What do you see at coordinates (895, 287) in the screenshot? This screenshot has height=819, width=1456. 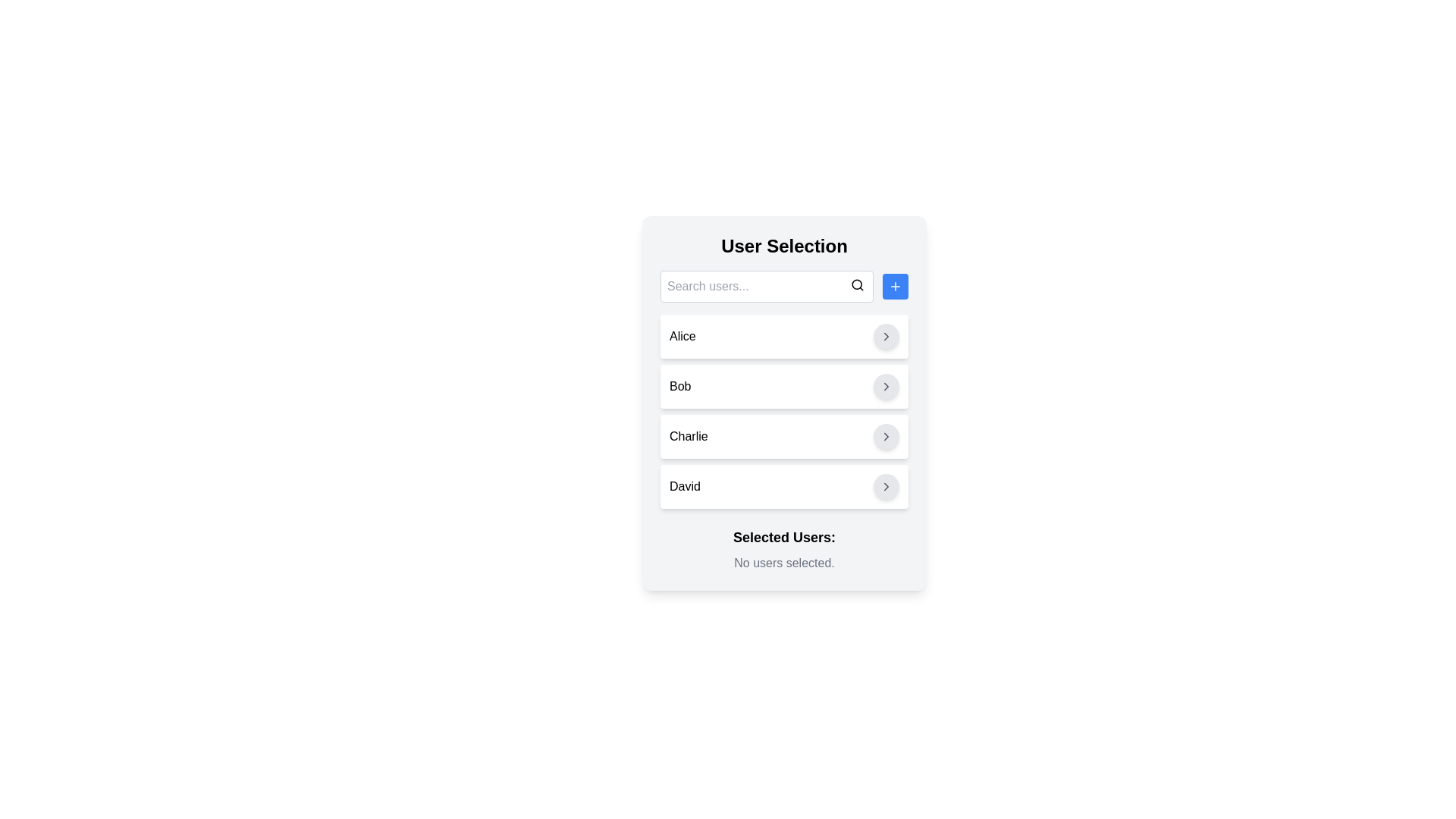 I see `the plus sign icon located in the button at the top right corner of the card layout` at bounding box center [895, 287].